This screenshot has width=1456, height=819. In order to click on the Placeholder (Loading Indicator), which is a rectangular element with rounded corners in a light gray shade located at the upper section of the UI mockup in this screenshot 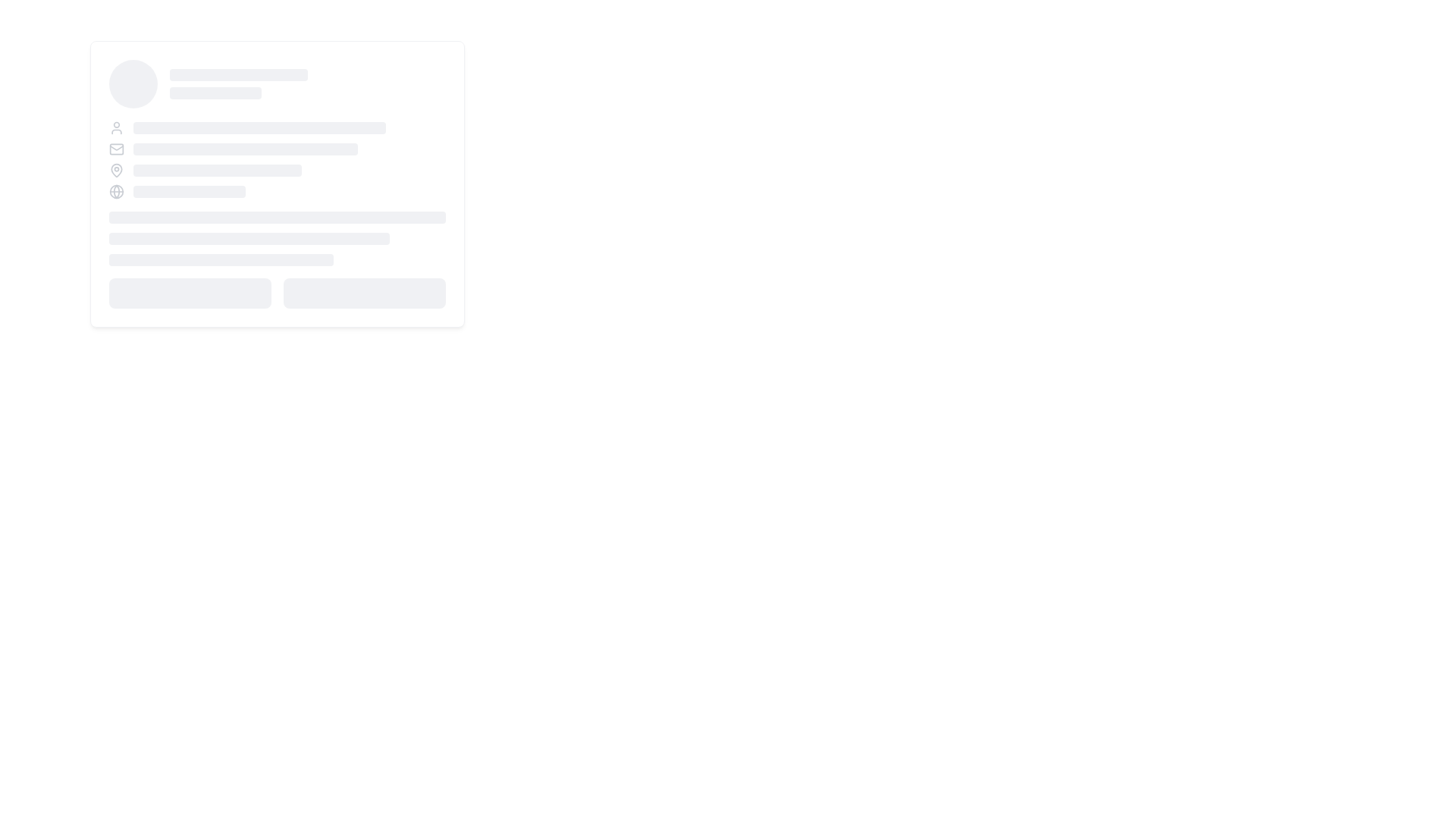, I will do `click(238, 75)`.